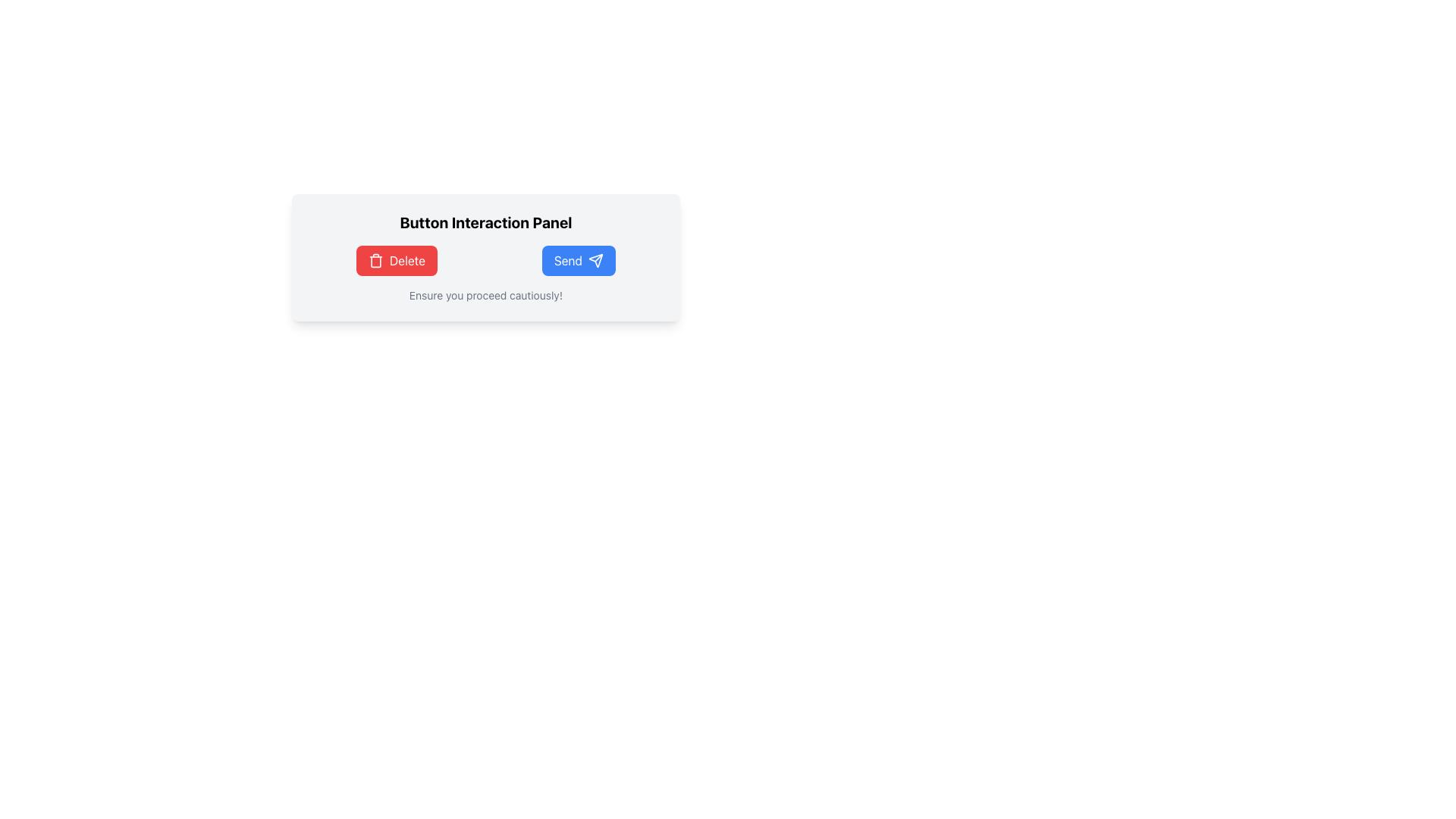  Describe the element at coordinates (397, 259) in the screenshot. I see `the red 'Delete' button located on the left side of the pair of buttons under the 'Button Interaction Panel' header` at that location.